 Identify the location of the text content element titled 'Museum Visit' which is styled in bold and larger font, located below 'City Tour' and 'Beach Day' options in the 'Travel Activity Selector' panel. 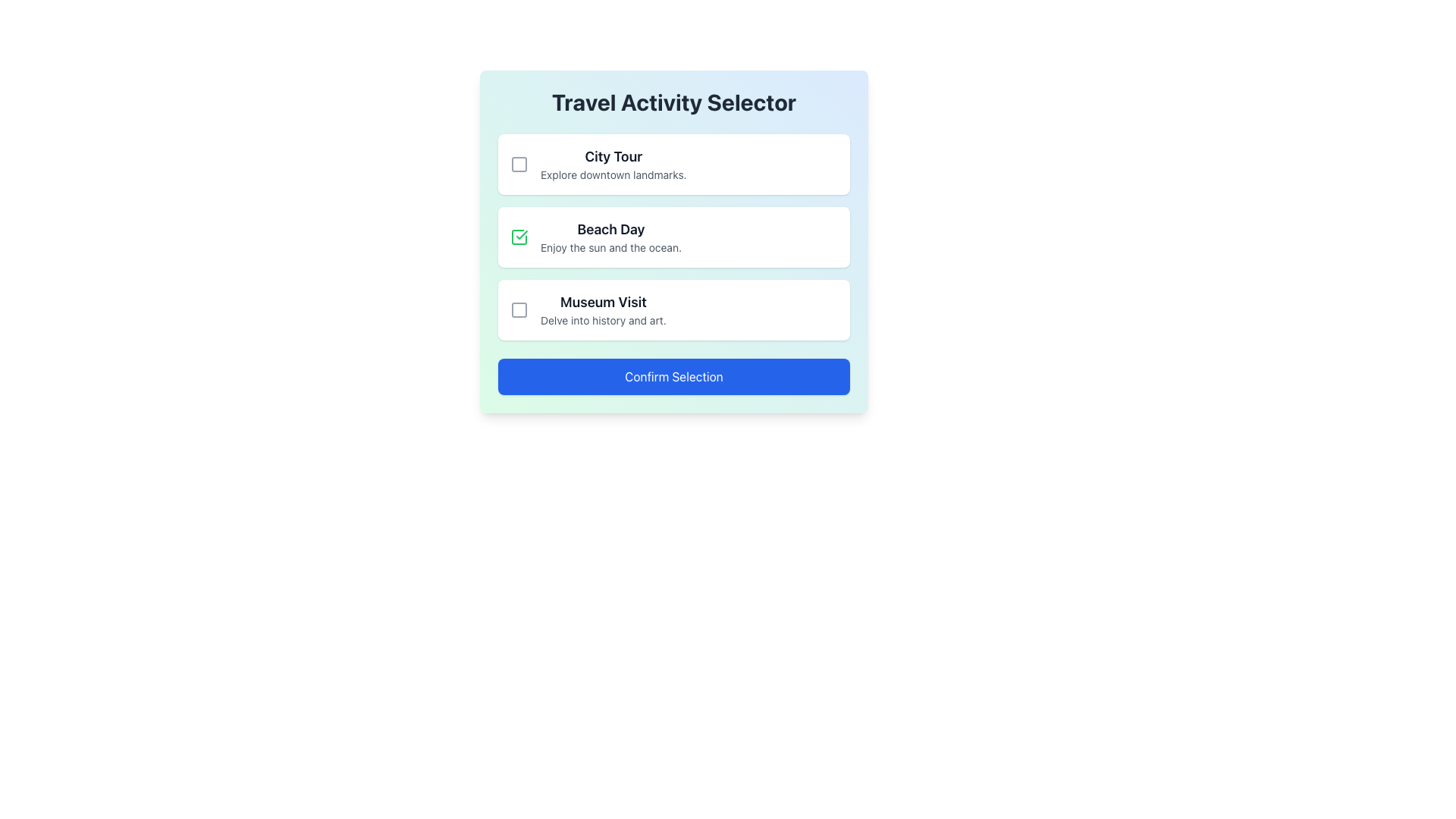
(602, 309).